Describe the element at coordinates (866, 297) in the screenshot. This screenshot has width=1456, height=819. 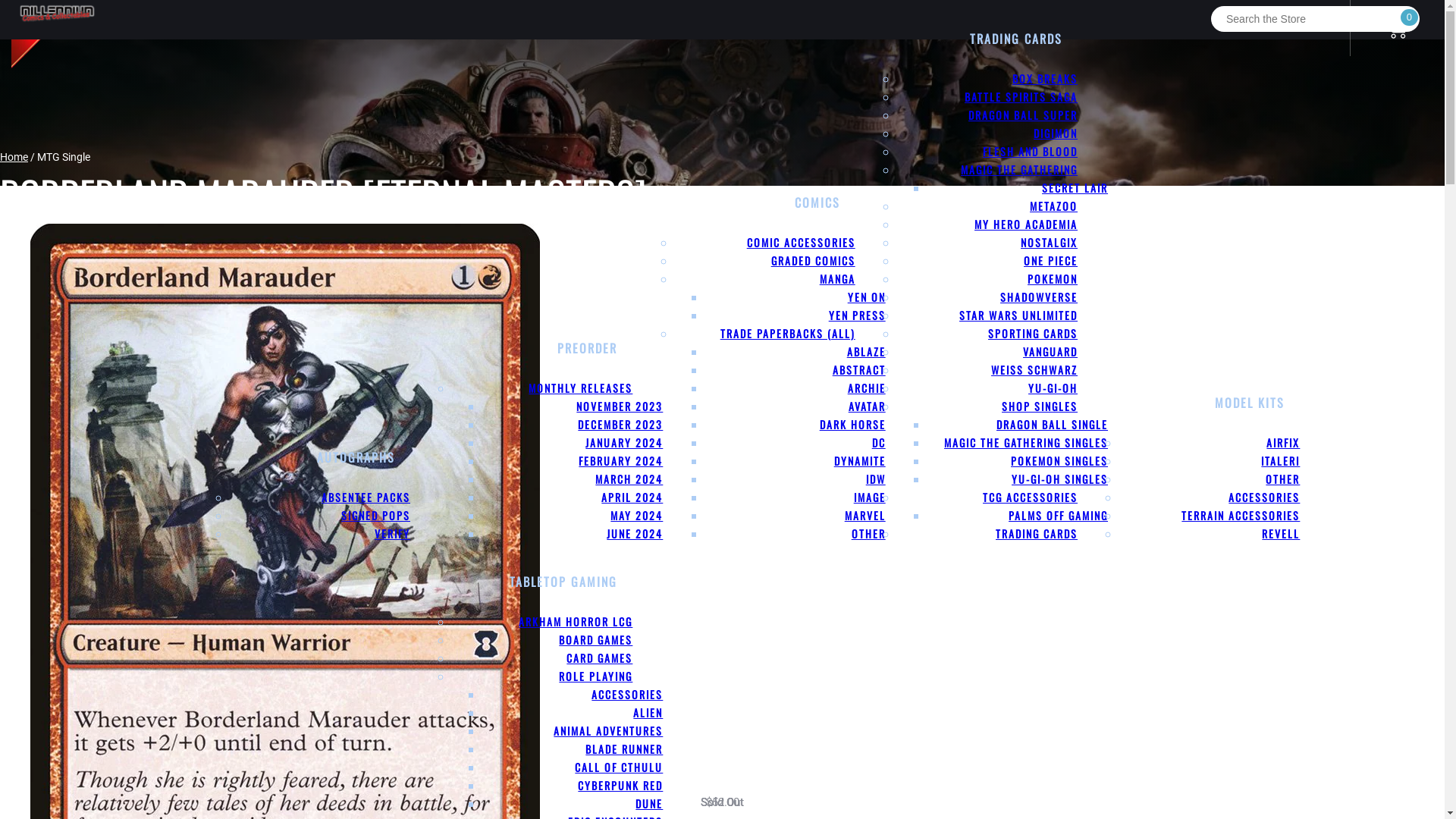
I see `'YEN ON'` at that location.